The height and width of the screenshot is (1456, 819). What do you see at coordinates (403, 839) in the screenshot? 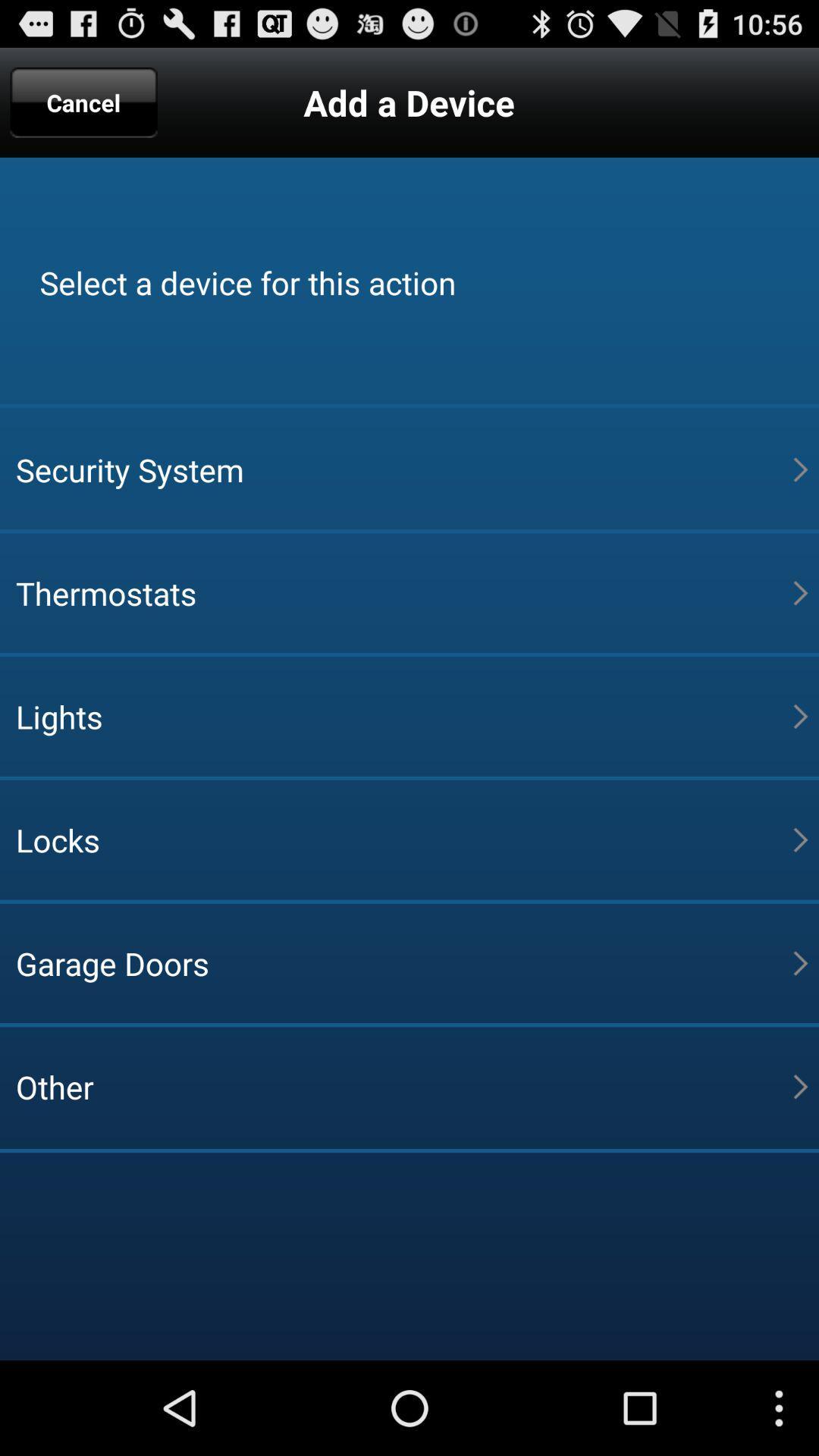
I see `the item above garage doors icon` at bounding box center [403, 839].